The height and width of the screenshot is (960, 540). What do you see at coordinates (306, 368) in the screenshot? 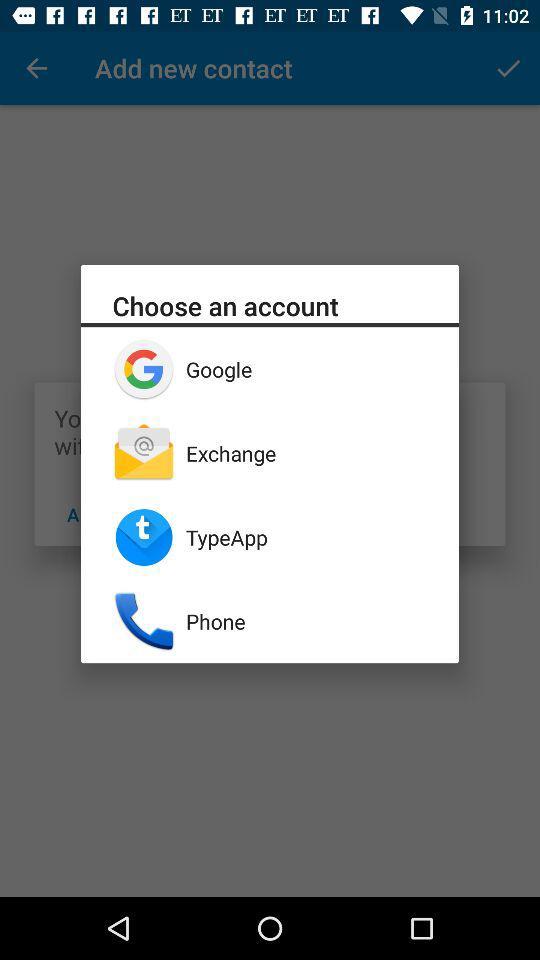
I see `google` at bounding box center [306, 368].